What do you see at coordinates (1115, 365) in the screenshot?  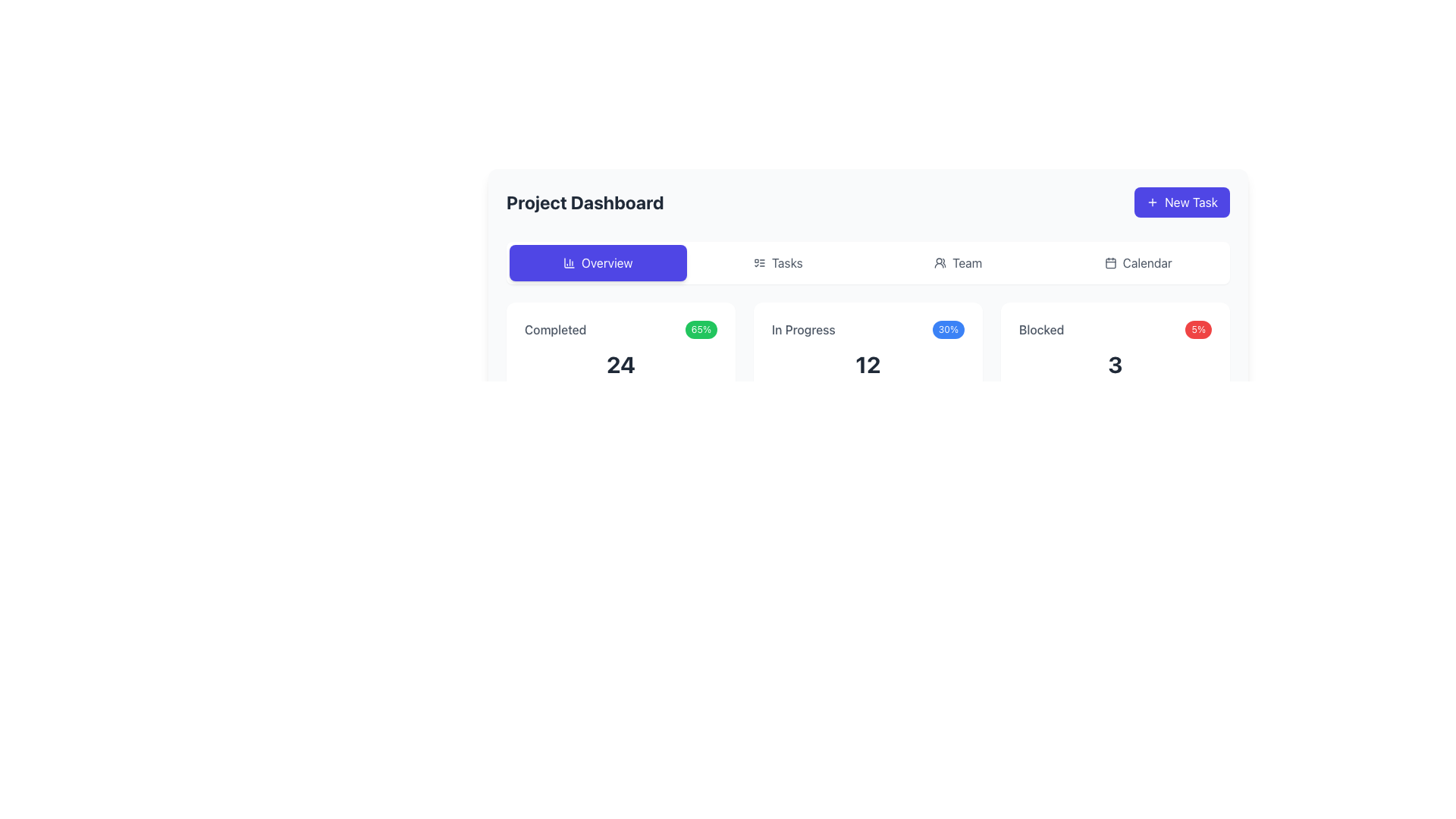 I see `the large, bold numeral '3' displayed in dark gray within the 'Blocked' category card on the Project Dashboard interface` at bounding box center [1115, 365].